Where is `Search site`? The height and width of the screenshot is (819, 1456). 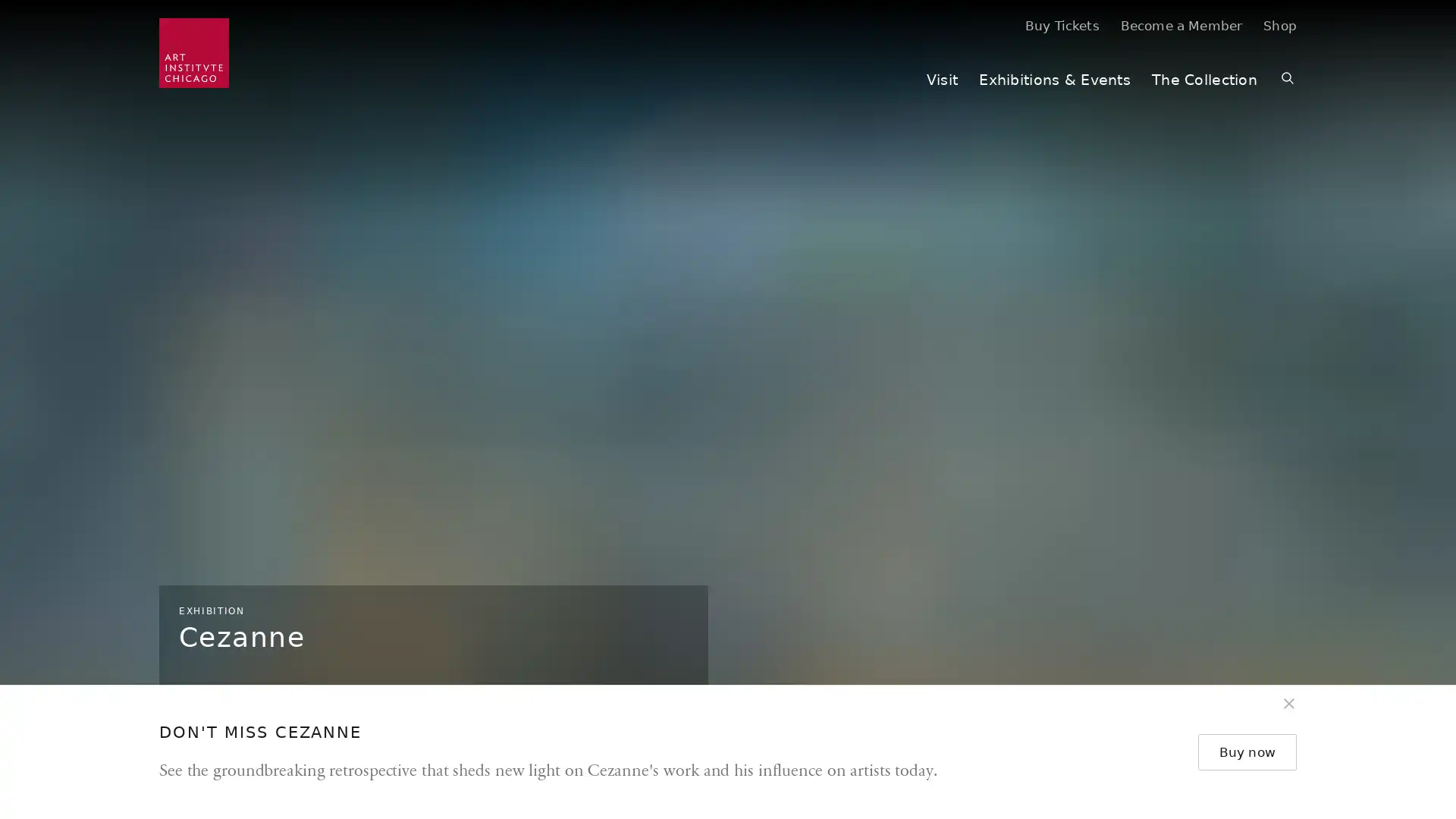
Search site is located at coordinates (1287, 79).